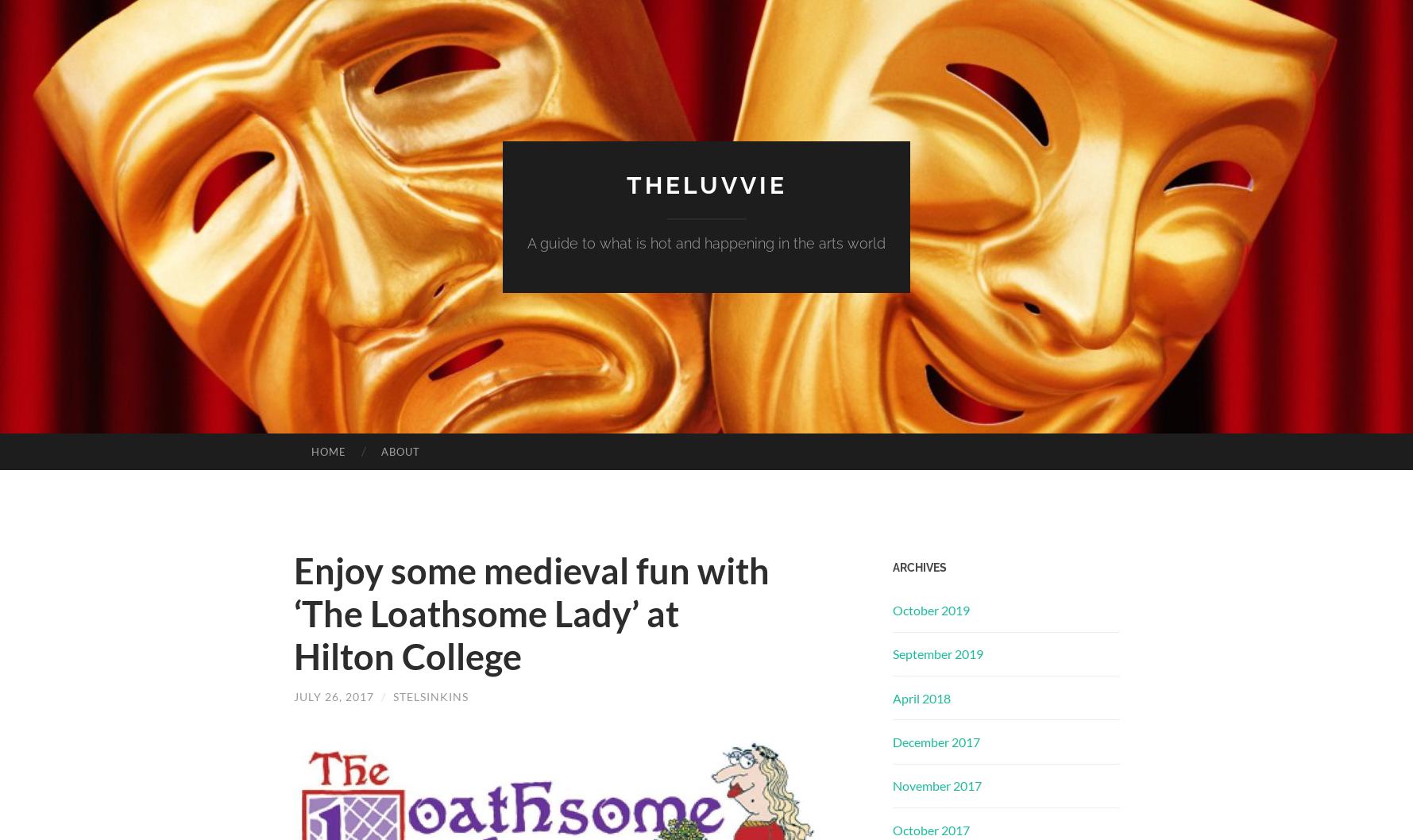 This screenshot has width=1413, height=840. I want to click on 'April 2018', so click(921, 696).